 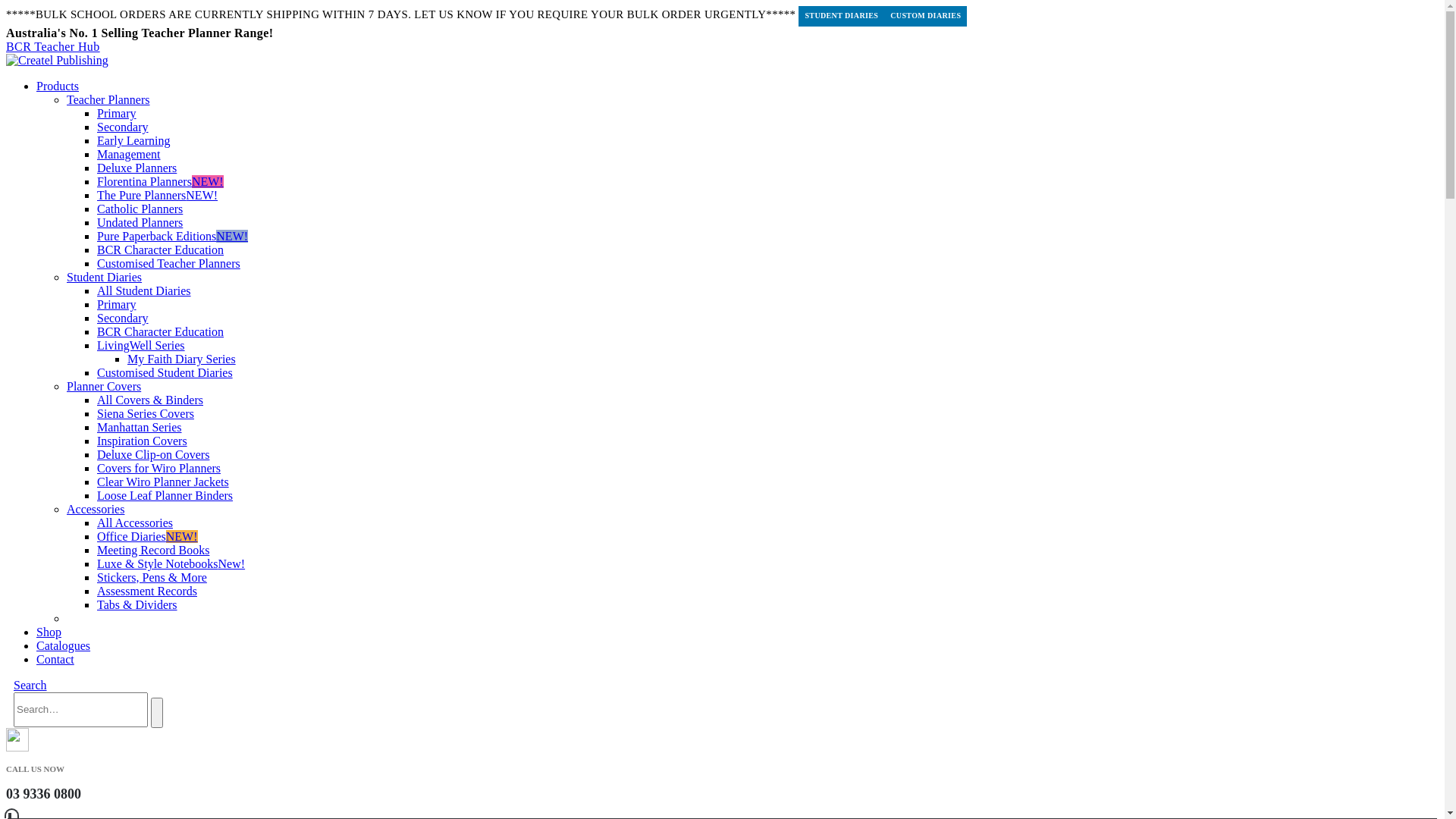 I want to click on 'Student Diaries', so click(x=65, y=277).